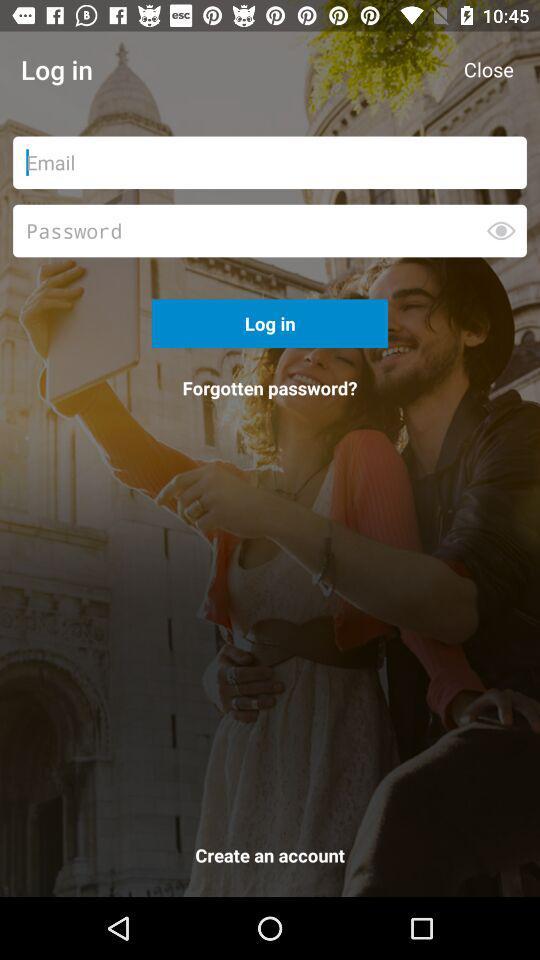  I want to click on the create an account icon, so click(270, 858).